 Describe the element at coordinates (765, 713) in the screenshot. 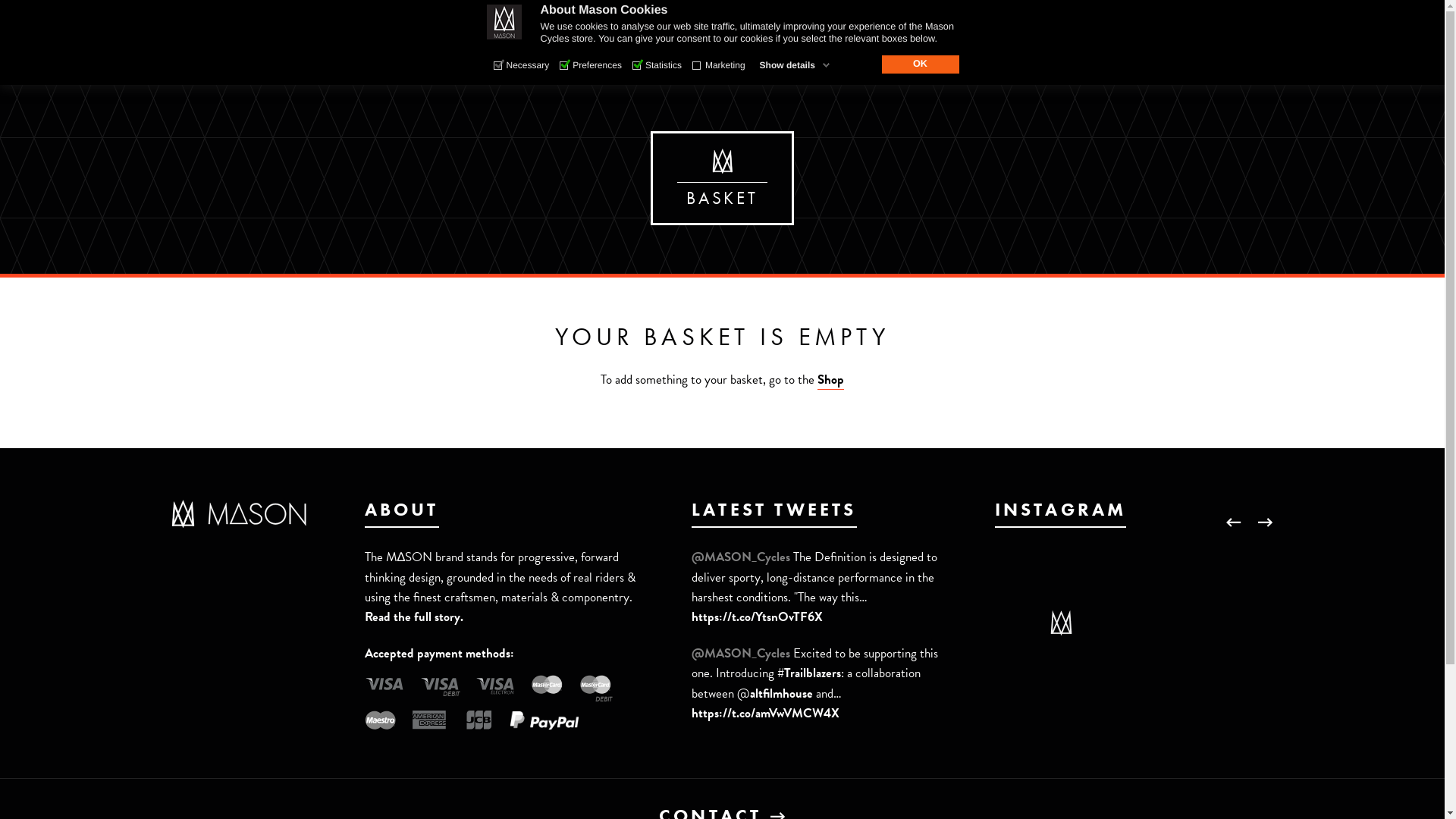

I see `'https://t.co/amVwVMCW4X'` at that location.